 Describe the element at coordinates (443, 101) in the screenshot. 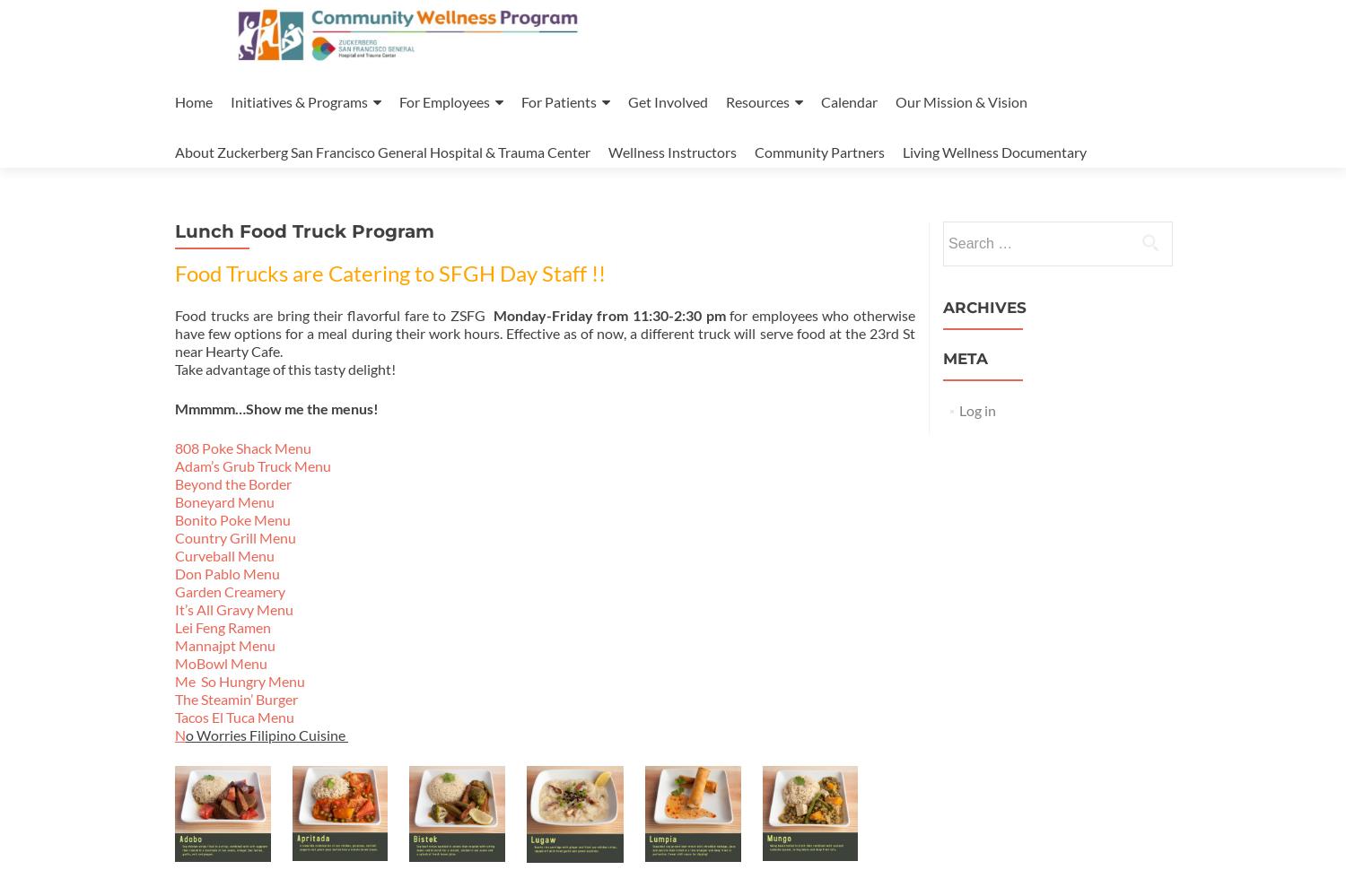

I see `'For Employees'` at that location.